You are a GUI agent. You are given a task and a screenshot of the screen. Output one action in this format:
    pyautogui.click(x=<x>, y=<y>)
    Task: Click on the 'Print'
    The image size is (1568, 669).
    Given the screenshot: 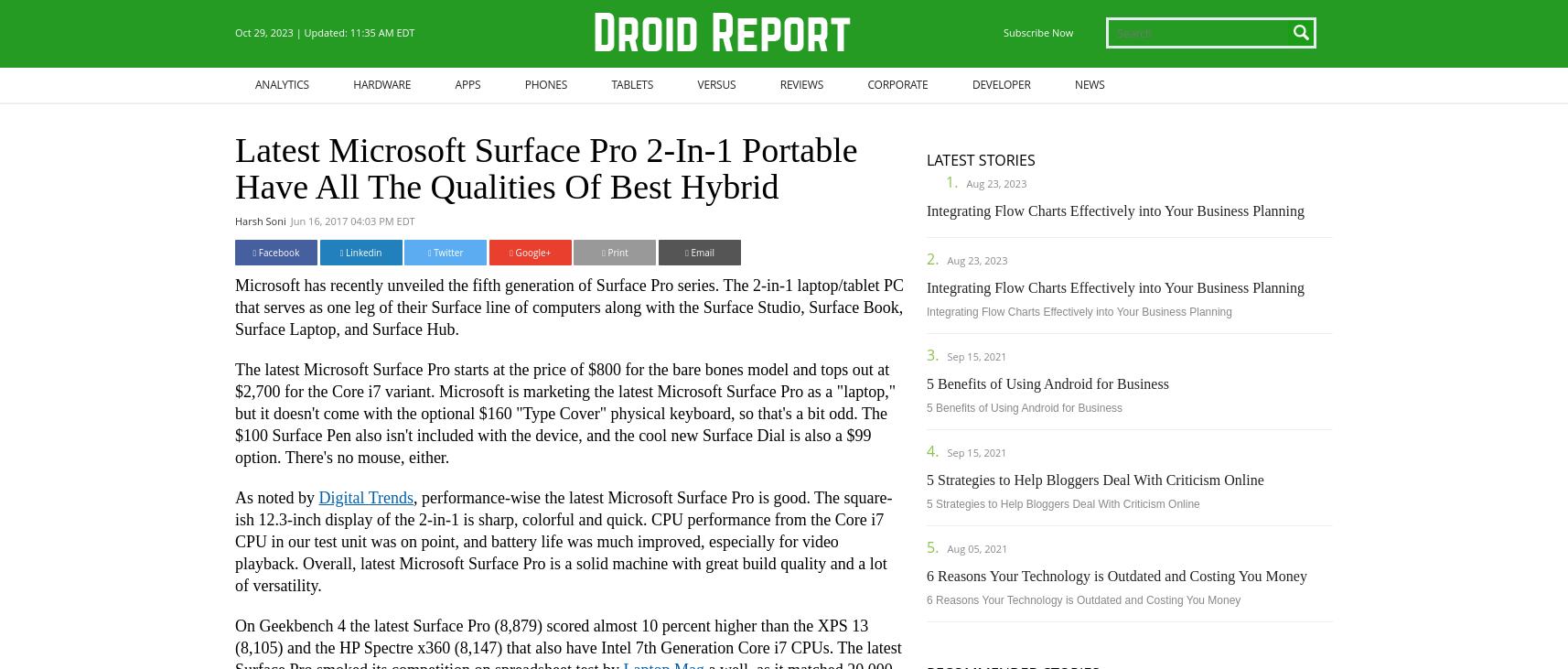 What is the action you would take?
    pyautogui.click(x=615, y=252)
    